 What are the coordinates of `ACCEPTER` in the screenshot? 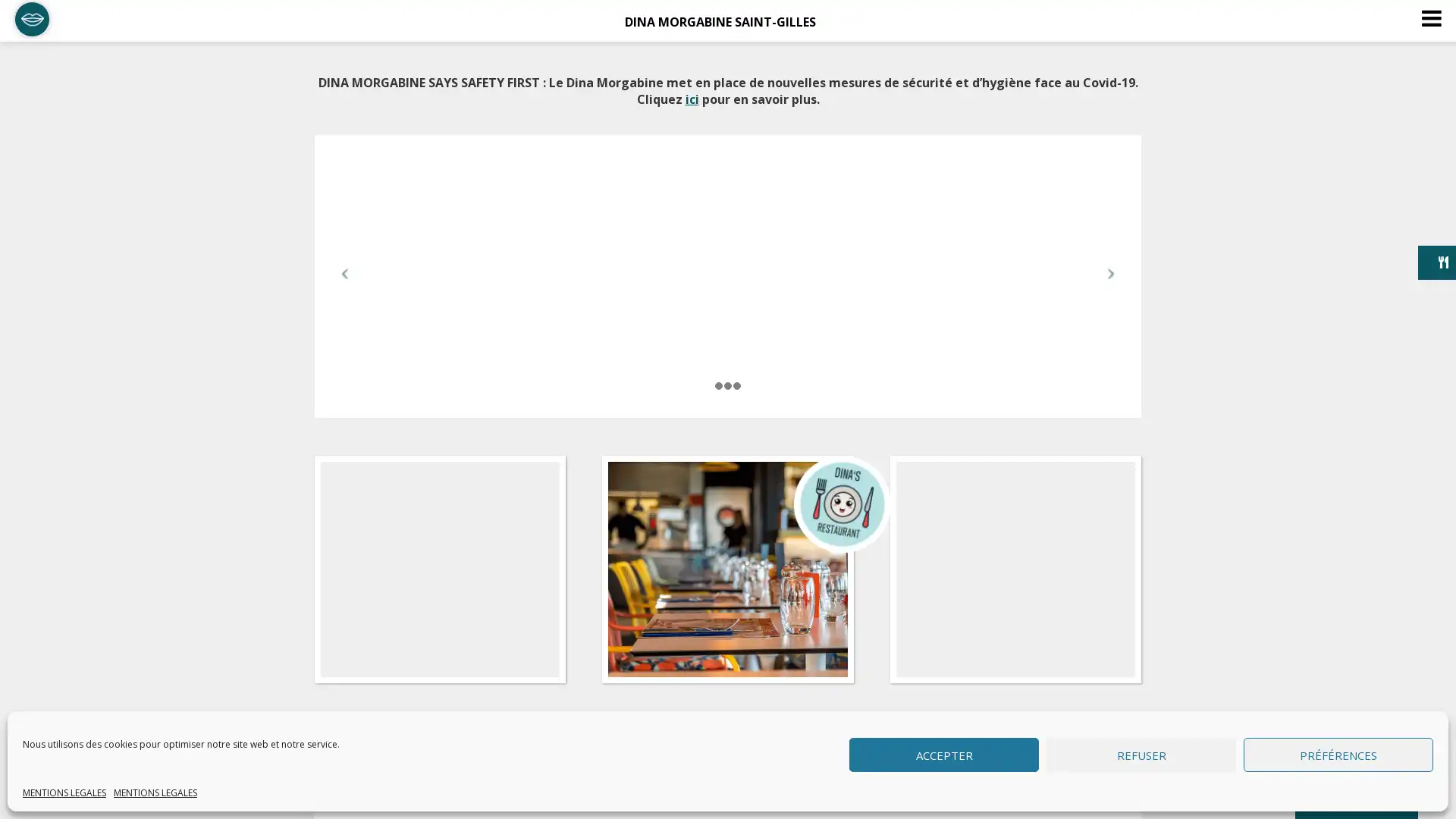 It's located at (943, 755).